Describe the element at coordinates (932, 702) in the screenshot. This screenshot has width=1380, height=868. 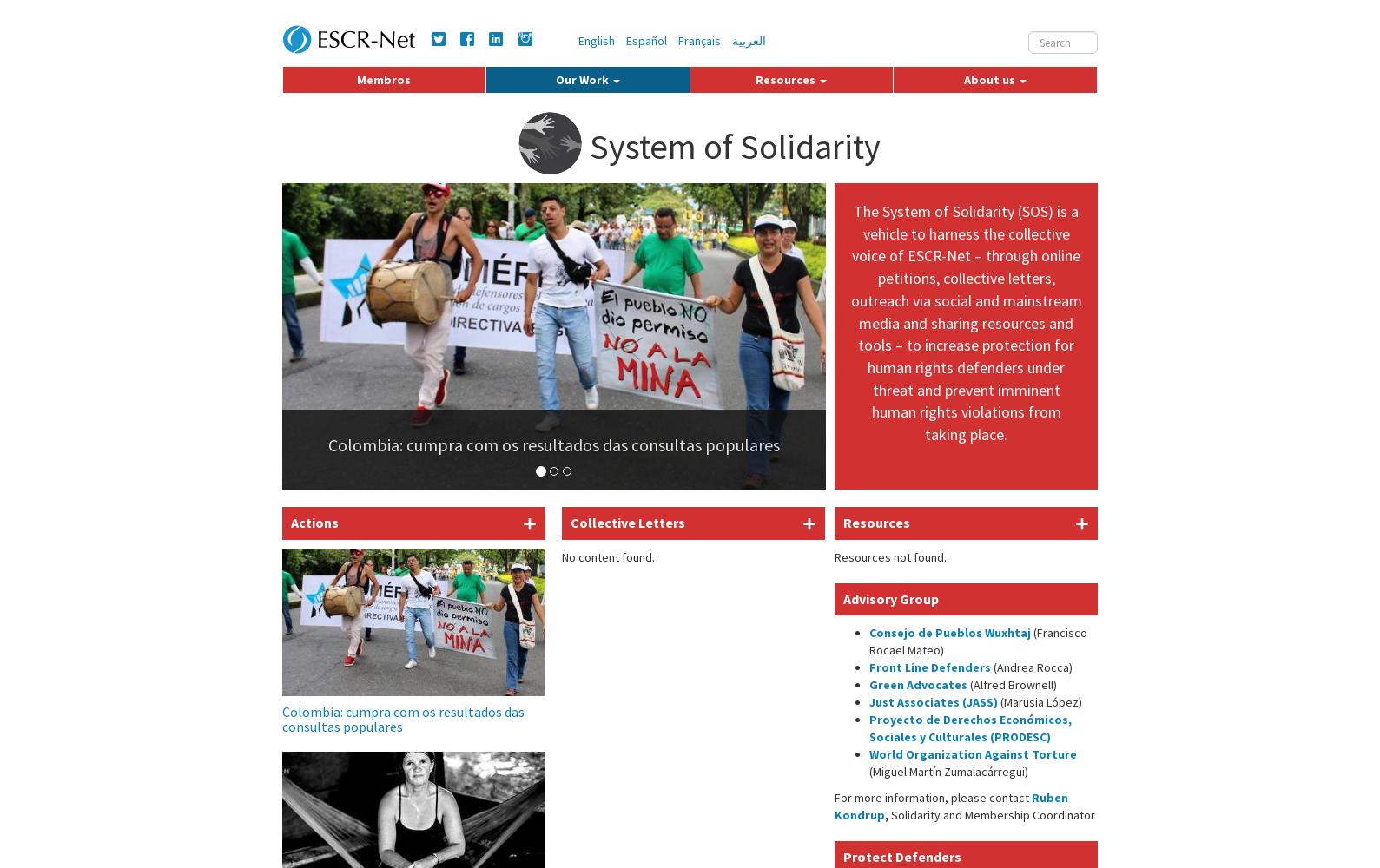
I see `'Just Associates (JASS)'` at that location.